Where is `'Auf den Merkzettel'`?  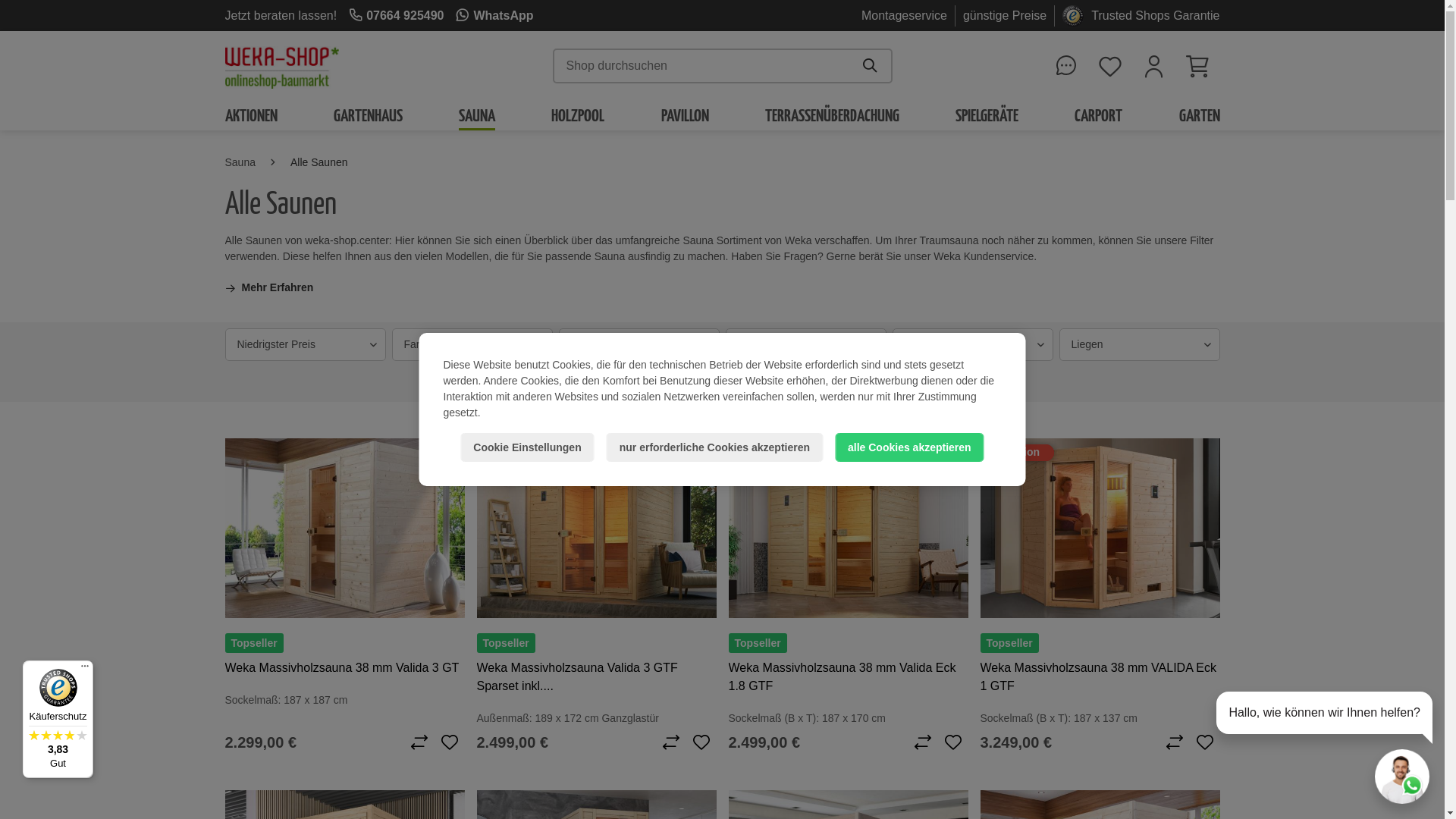 'Auf den Merkzettel' is located at coordinates (447, 742).